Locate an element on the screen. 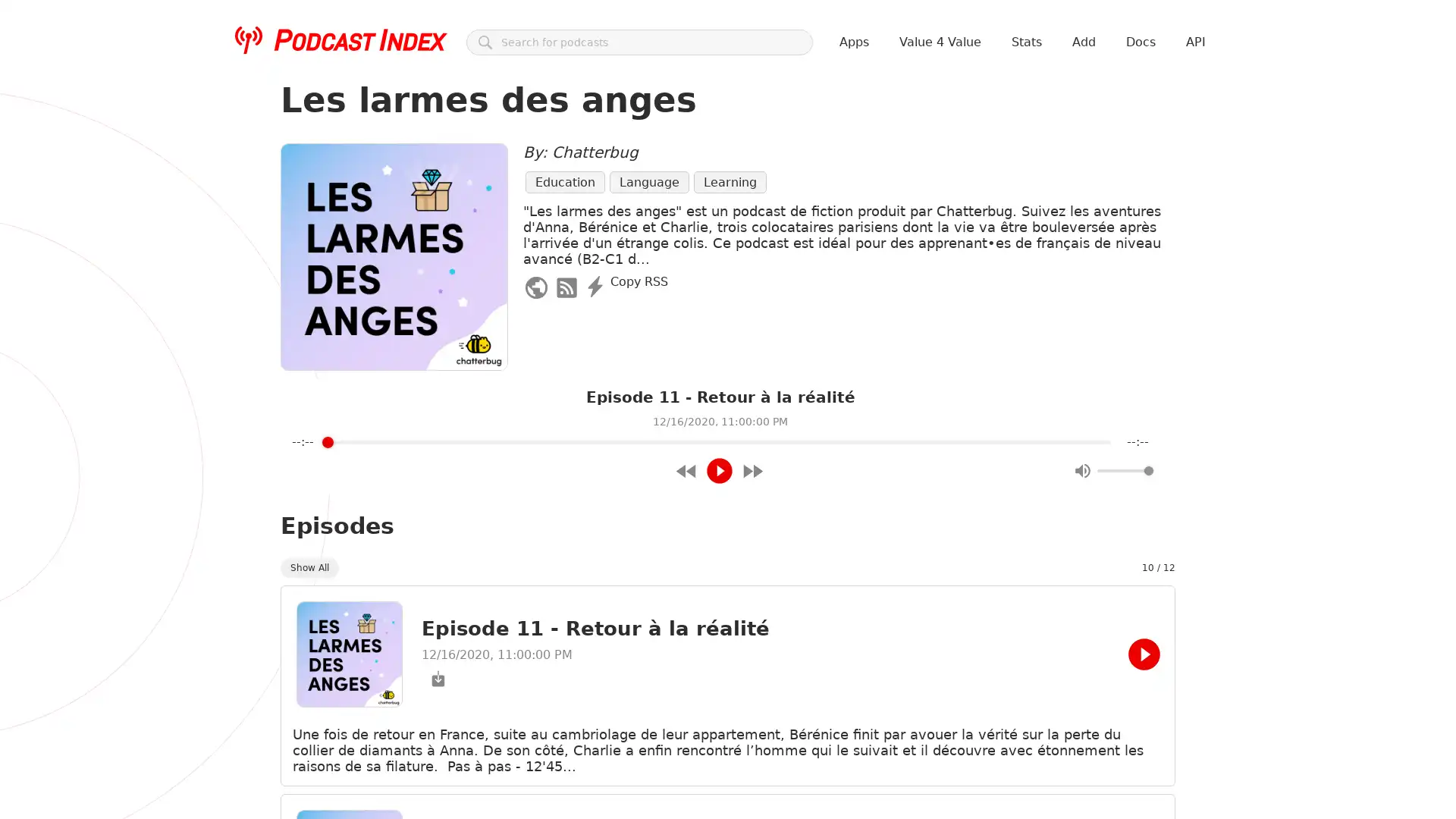 The image size is (1456, 819). Mute is located at coordinates (1081, 470).